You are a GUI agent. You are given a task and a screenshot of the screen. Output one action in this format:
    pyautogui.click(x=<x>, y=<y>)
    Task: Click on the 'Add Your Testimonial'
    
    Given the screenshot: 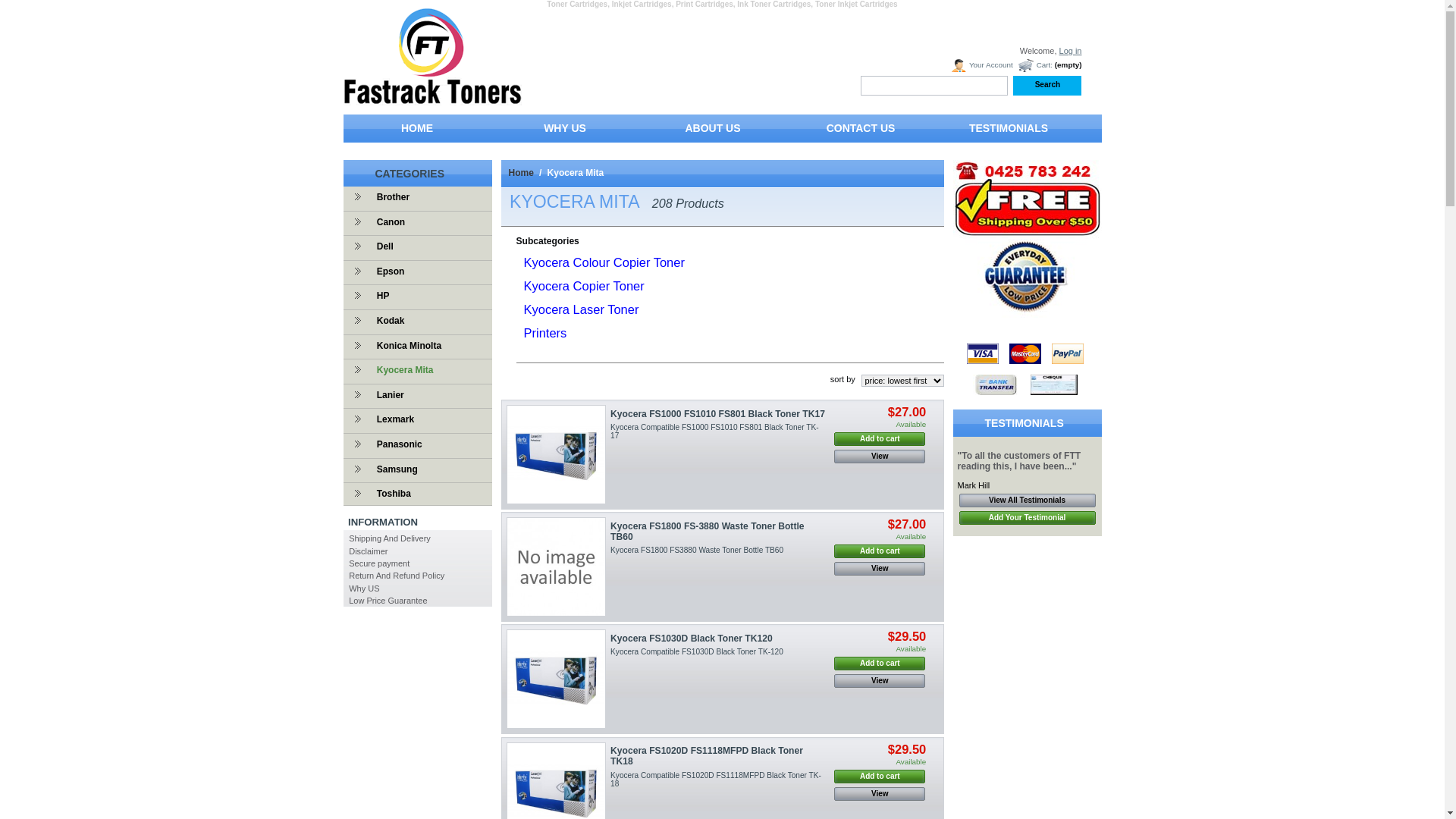 What is the action you would take?
    pyautogui.click(x=957, y=516)
    